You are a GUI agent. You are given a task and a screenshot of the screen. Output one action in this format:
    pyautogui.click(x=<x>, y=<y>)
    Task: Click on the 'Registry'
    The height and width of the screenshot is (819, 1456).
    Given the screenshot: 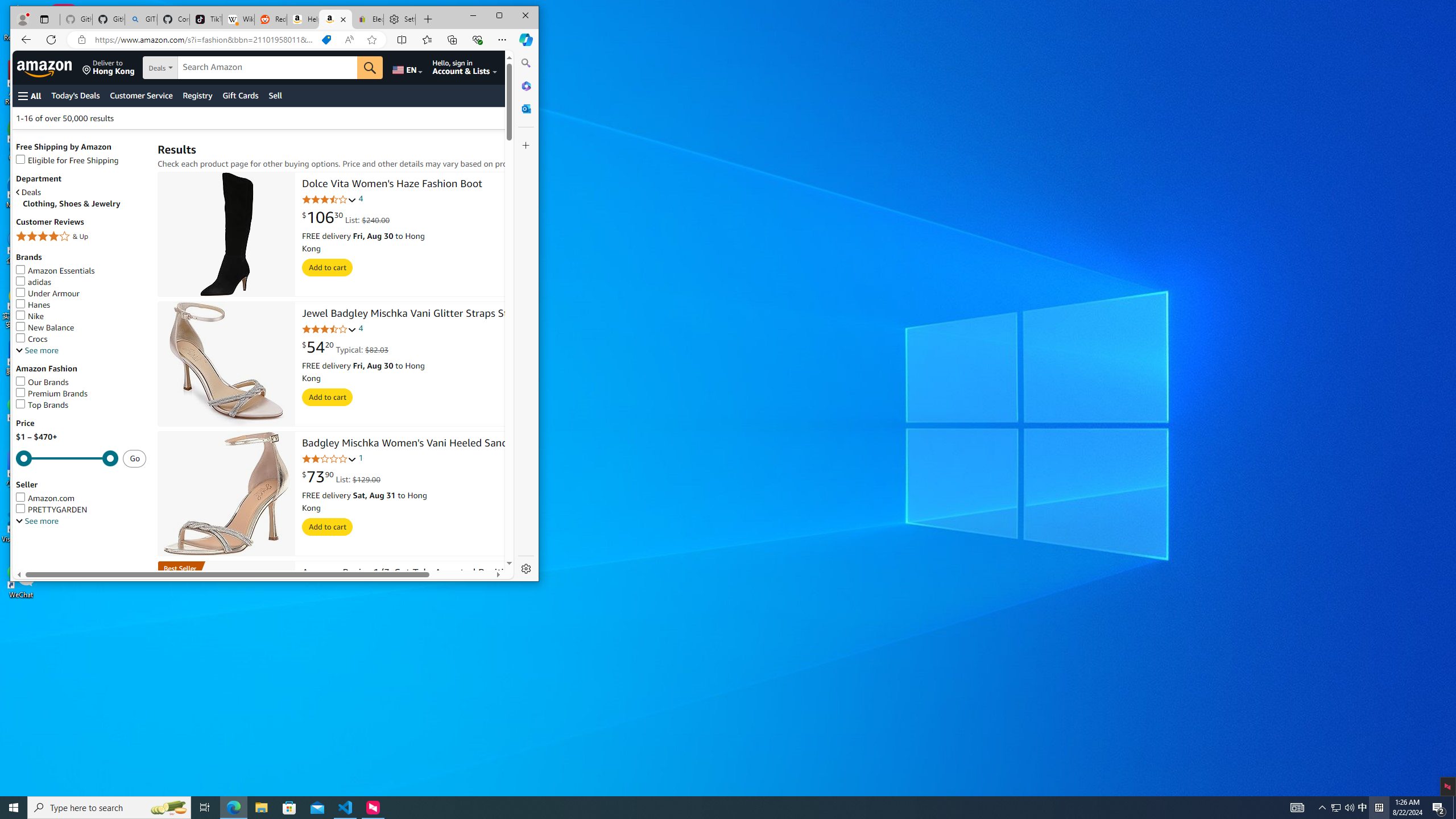 What is the action you would take?
    pyautogui.click(x=197, y=94)
    